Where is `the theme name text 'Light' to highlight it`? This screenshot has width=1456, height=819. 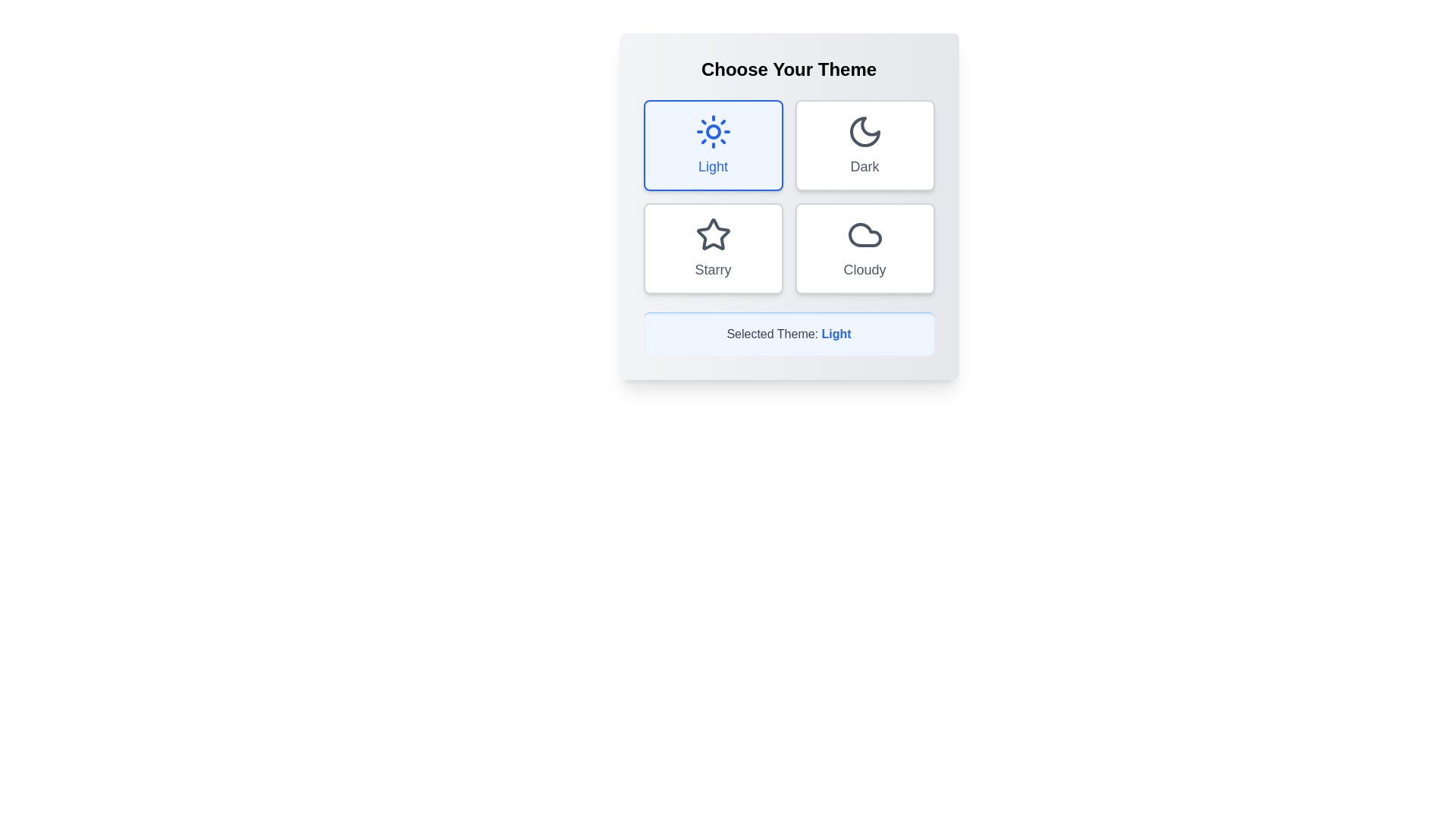
the theme name text 'Light' to highlight it is located at coordinates (836, 332).